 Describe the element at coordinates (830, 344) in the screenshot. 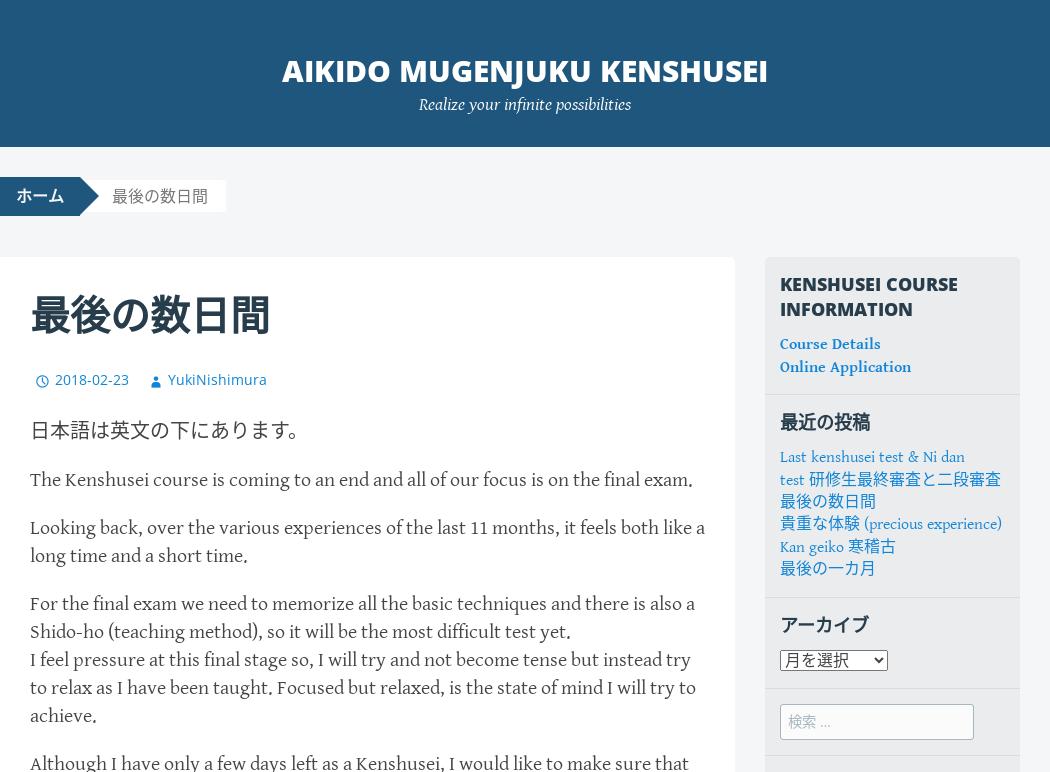

I see `'Course Details'` at that location.